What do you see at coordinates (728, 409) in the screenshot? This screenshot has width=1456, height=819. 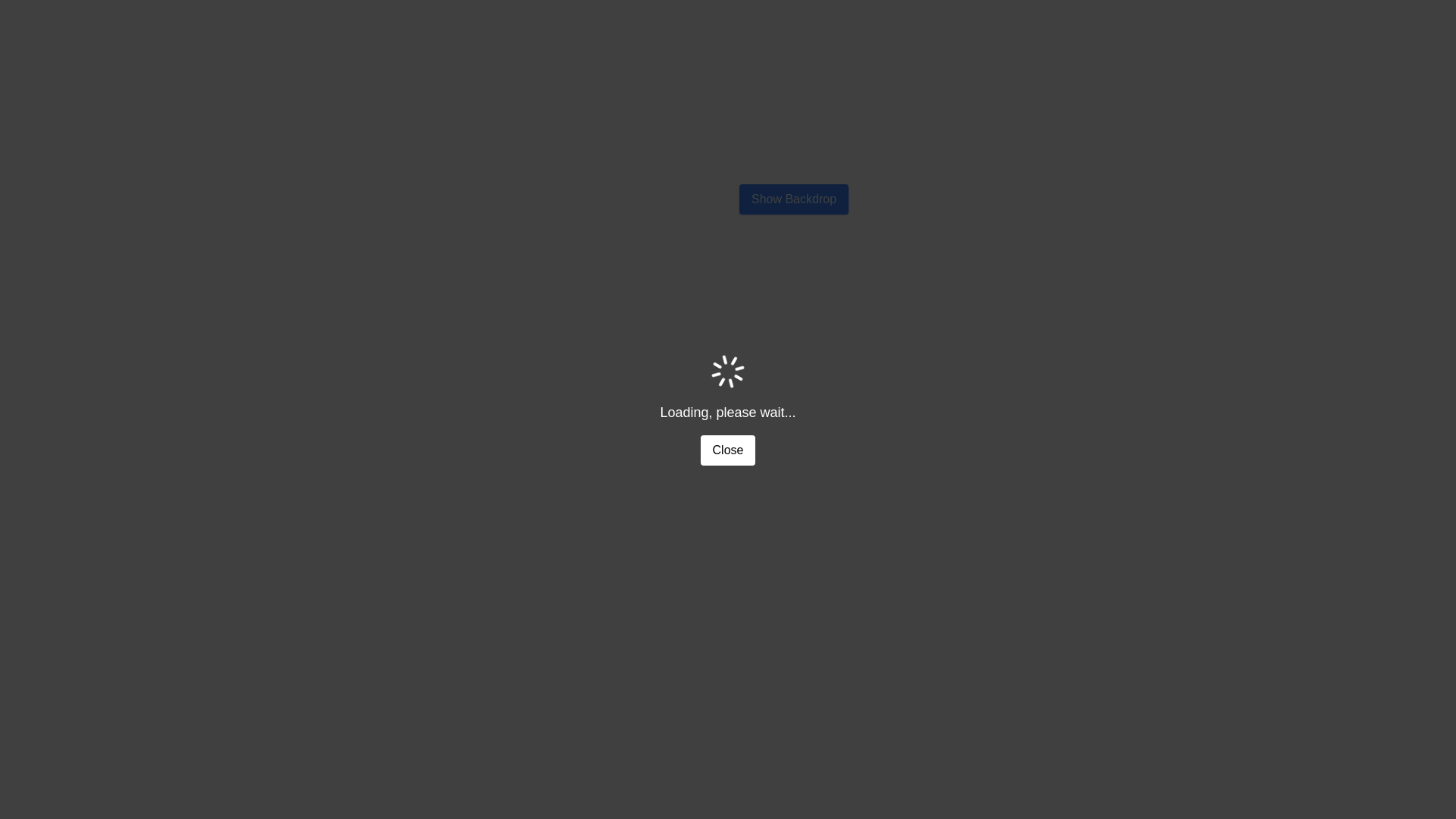 I see `the TextBlock that displays 'Loading, please wait...' located centrally in the modal overlay, between the loader icon and the close button` at bounding box center [728, 409].